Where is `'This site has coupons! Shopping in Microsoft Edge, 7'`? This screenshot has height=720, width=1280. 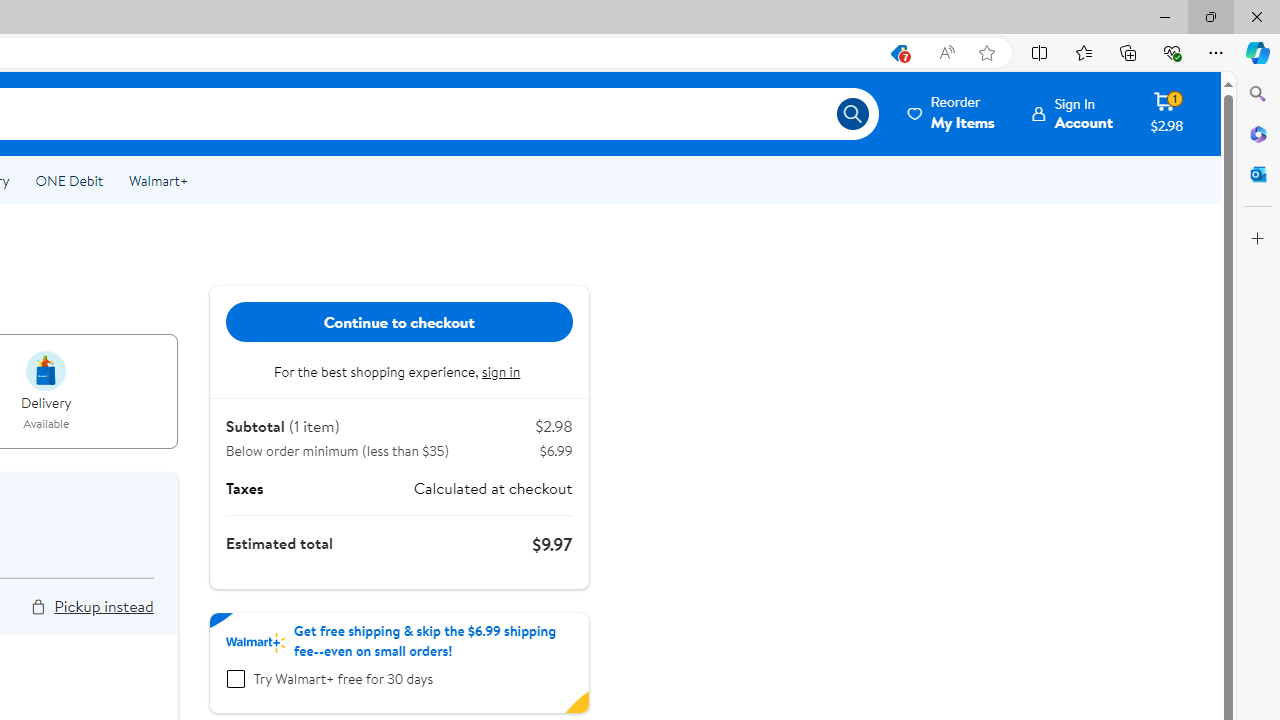
'This site has coupons! Shopping in Microsoft Edge, 7' is located at coordinates (897, 52).